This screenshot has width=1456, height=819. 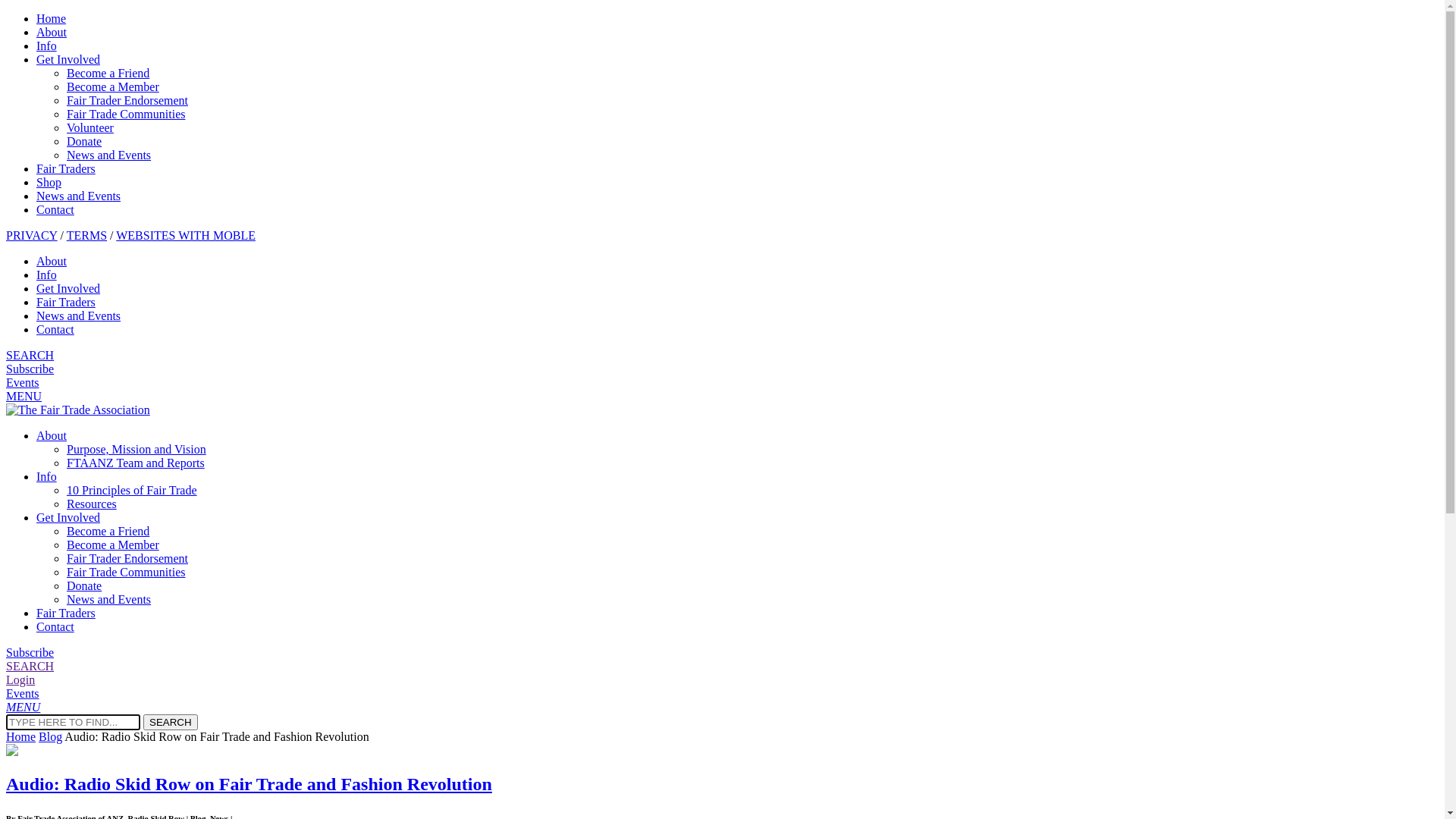 What do you see at coordinates (77, 195) in the screenshot?
I see `'News and Events'` at bounding box center [77, 195].